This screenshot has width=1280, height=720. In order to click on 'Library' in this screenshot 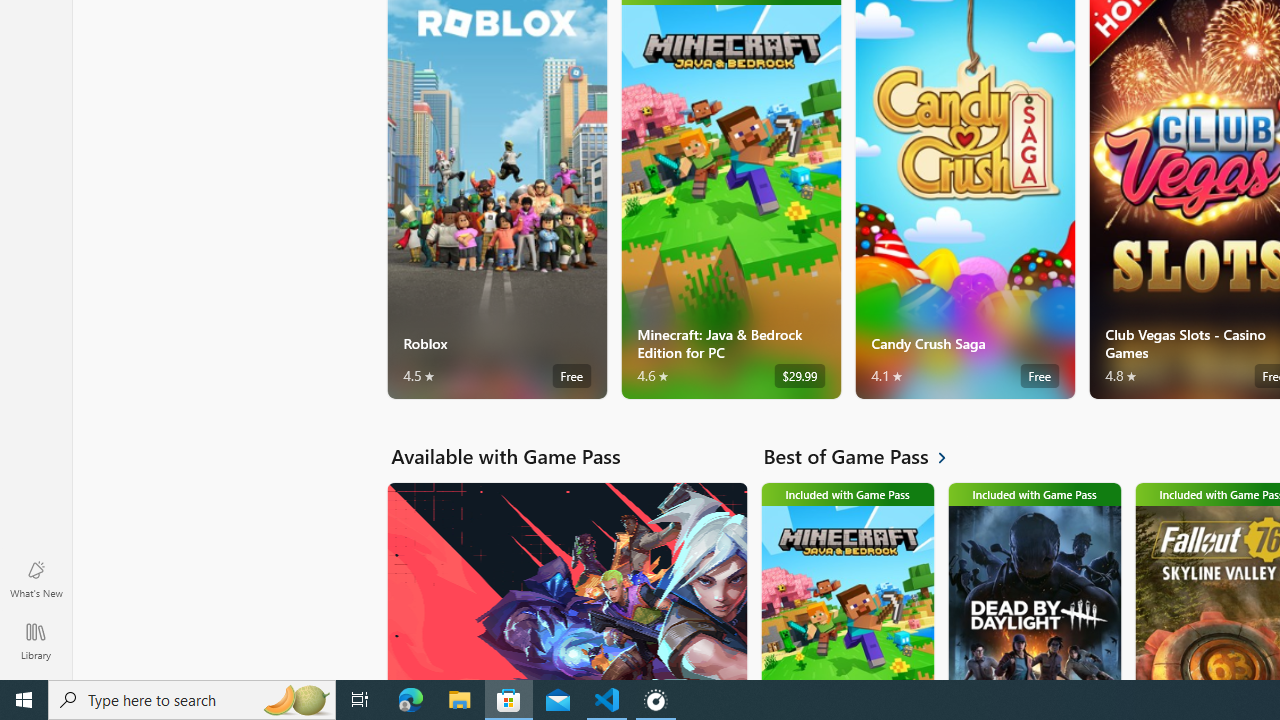, I will do `click(35, 640)`.